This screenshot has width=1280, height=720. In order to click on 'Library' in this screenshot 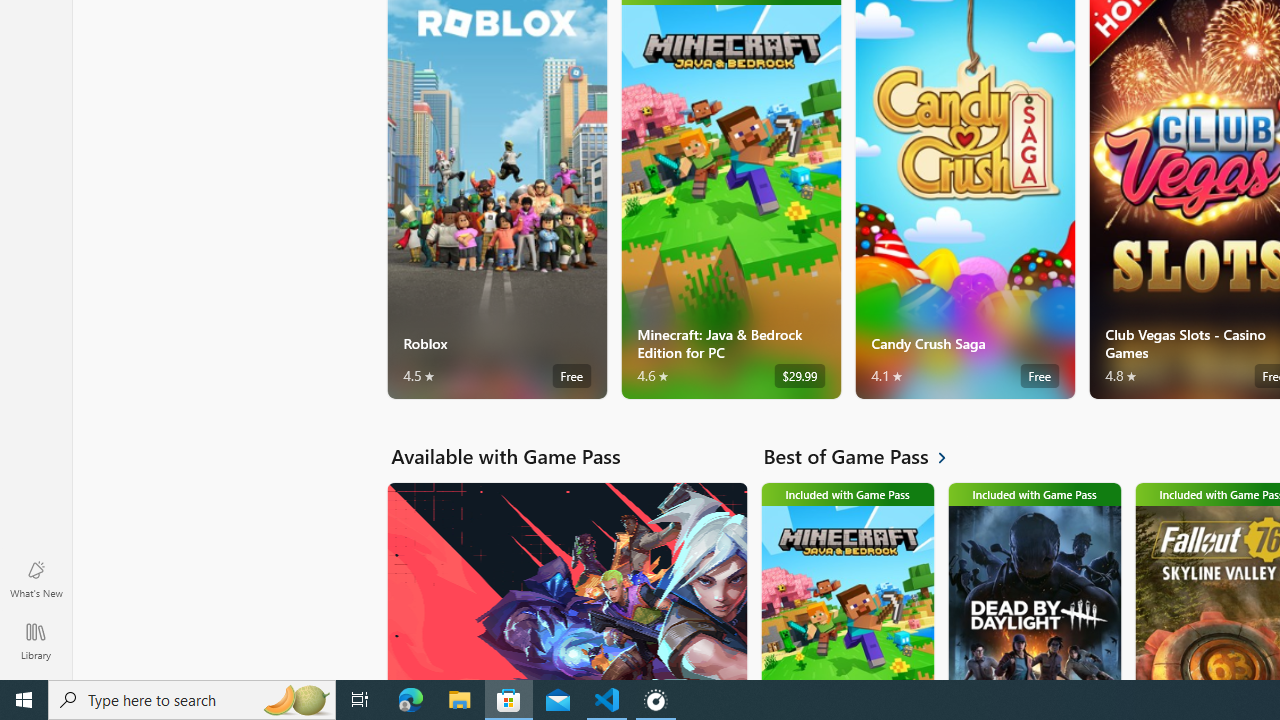, I will do `click(35, 640)`.